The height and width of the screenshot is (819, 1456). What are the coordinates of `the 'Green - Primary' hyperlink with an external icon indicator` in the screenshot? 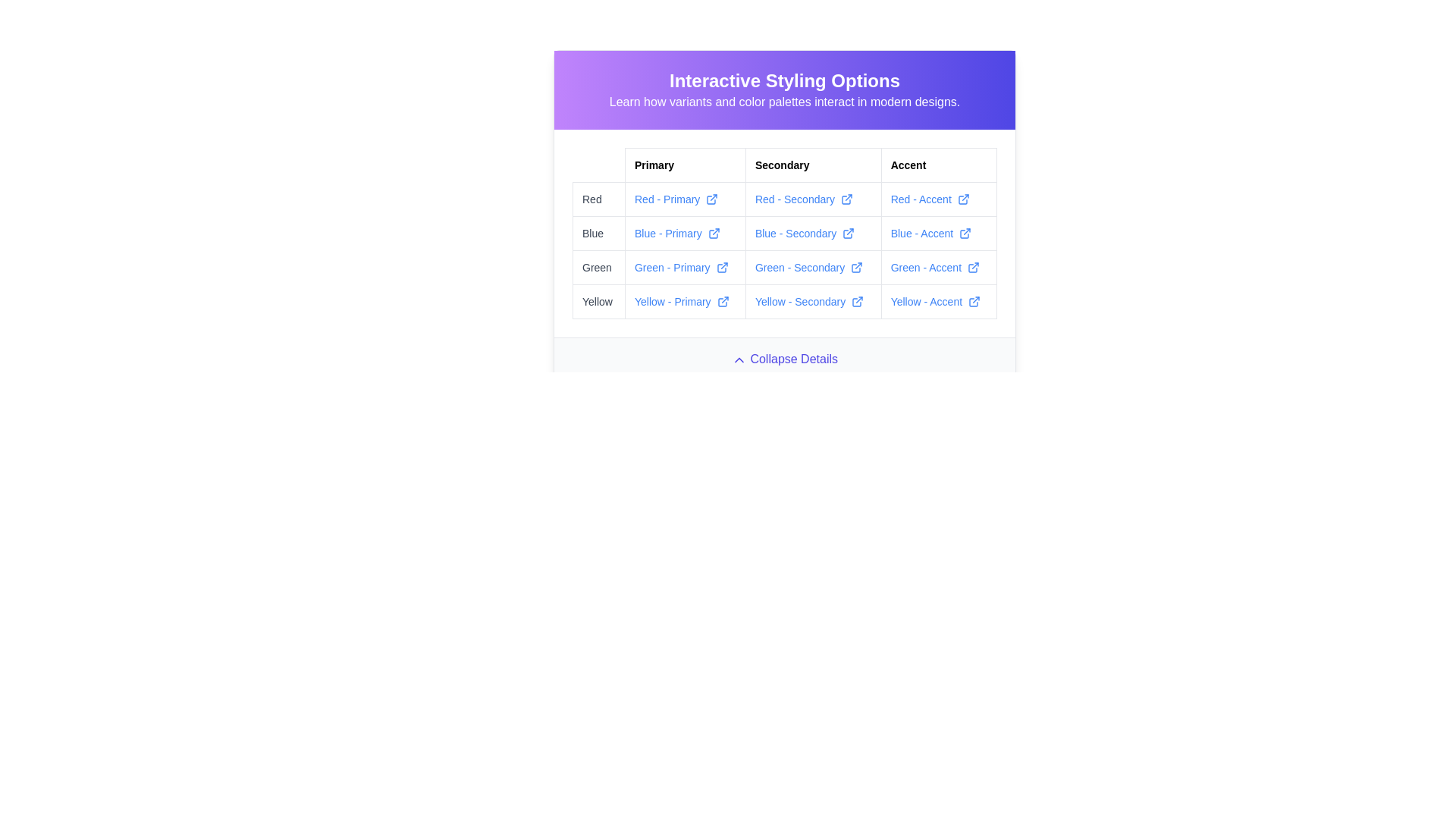 It's located at (680, 267).